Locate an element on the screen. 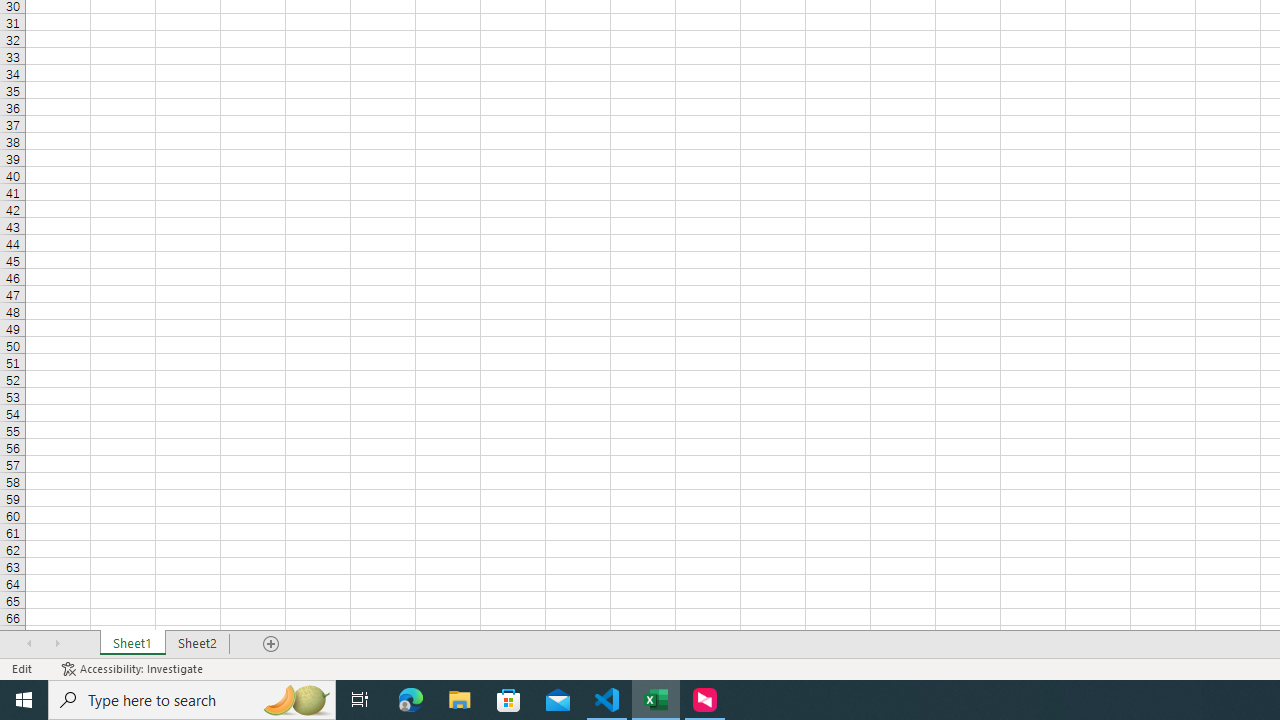 The image size is (1280, 720). 'Sheet2' is located at coordinates (197, 644).